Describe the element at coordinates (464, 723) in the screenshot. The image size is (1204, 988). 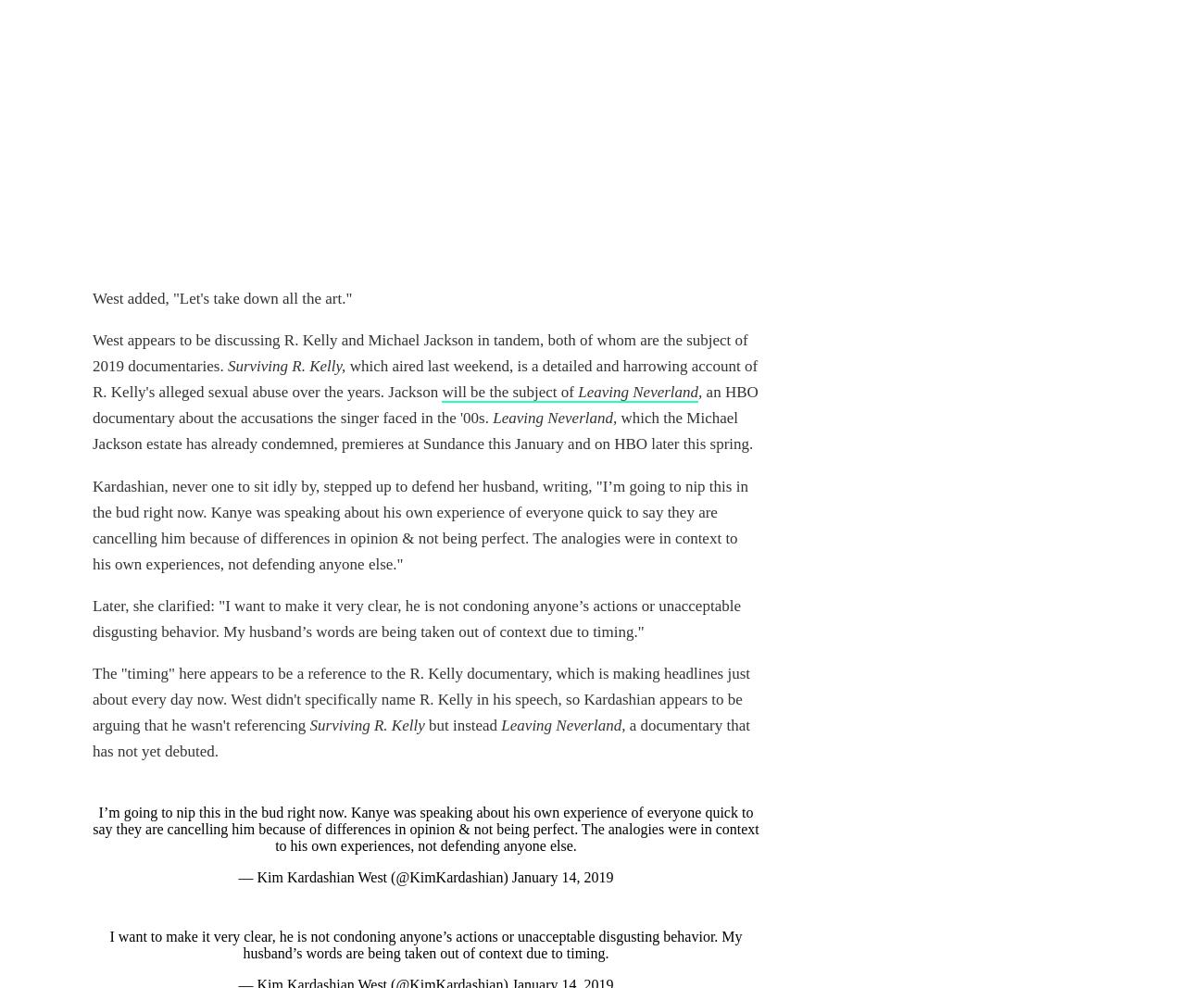
I see `'but instead'` at that location.